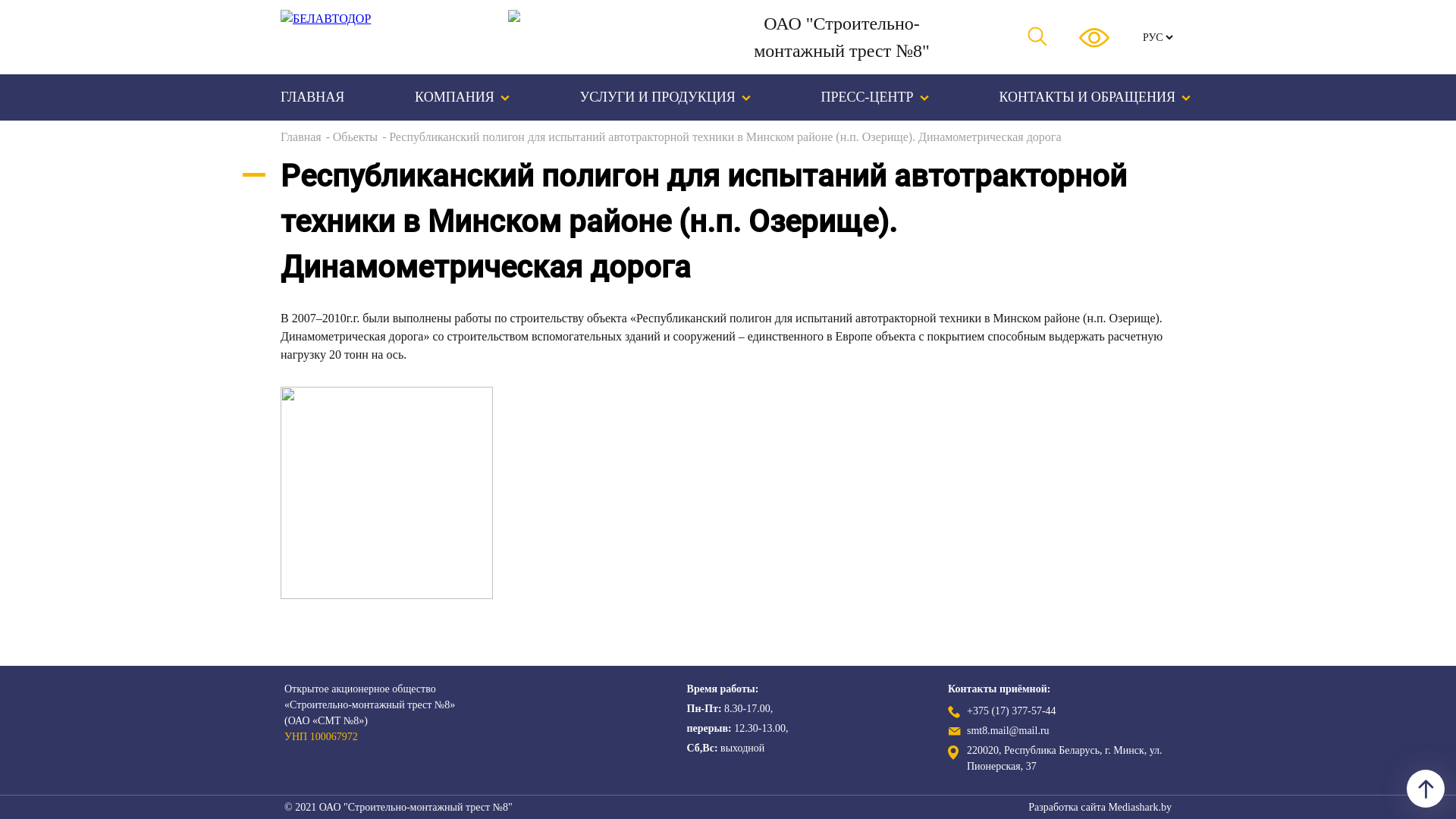 The height and width of the screenshot is (819, 1456). What do you see at coordinates (1012, 711) in the screenshot?
I see `'+375 (17) 377-57-44'` at bounding box center [1012, 711].